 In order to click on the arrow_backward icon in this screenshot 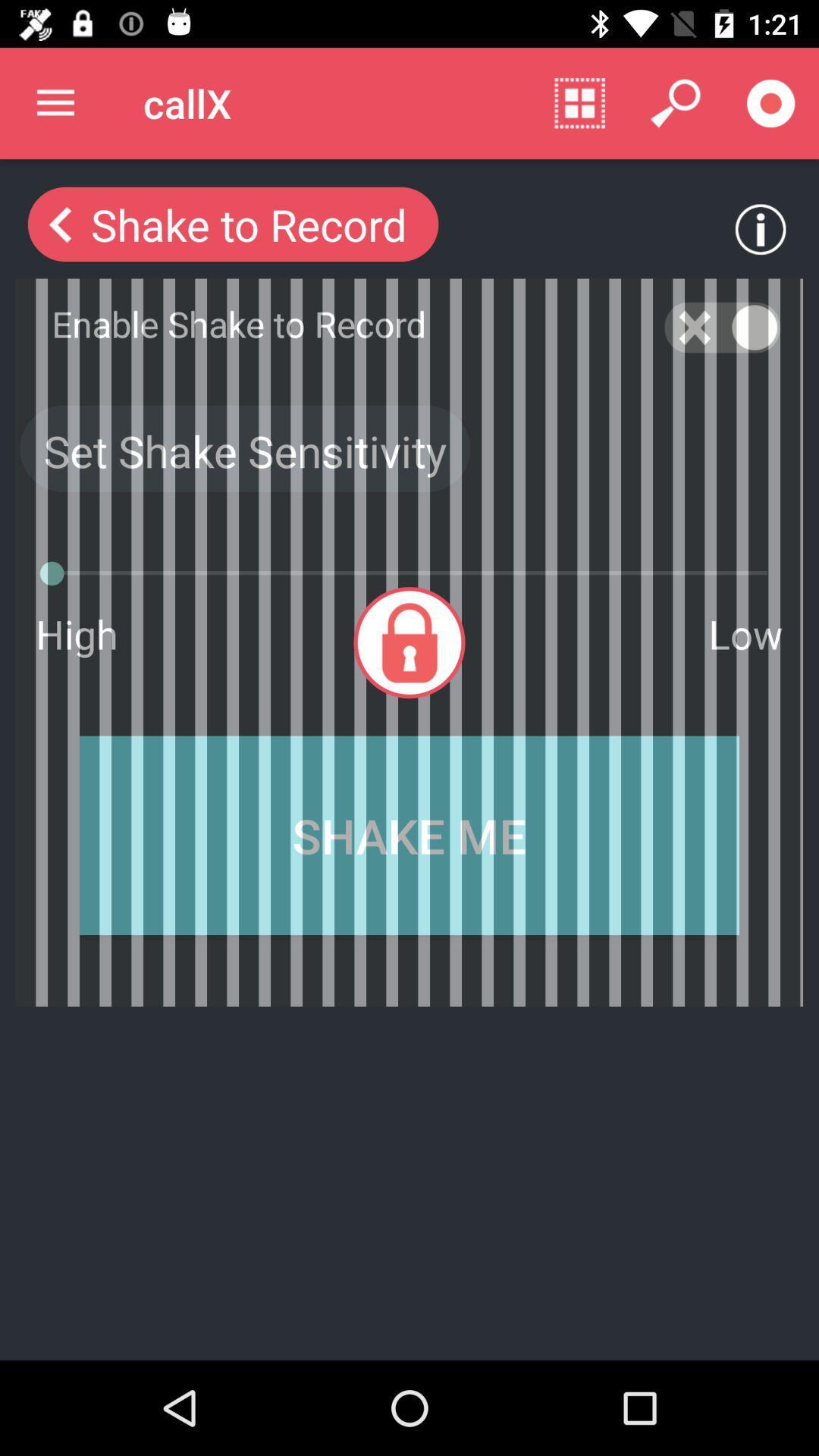, I will do `click(48, 206)`.